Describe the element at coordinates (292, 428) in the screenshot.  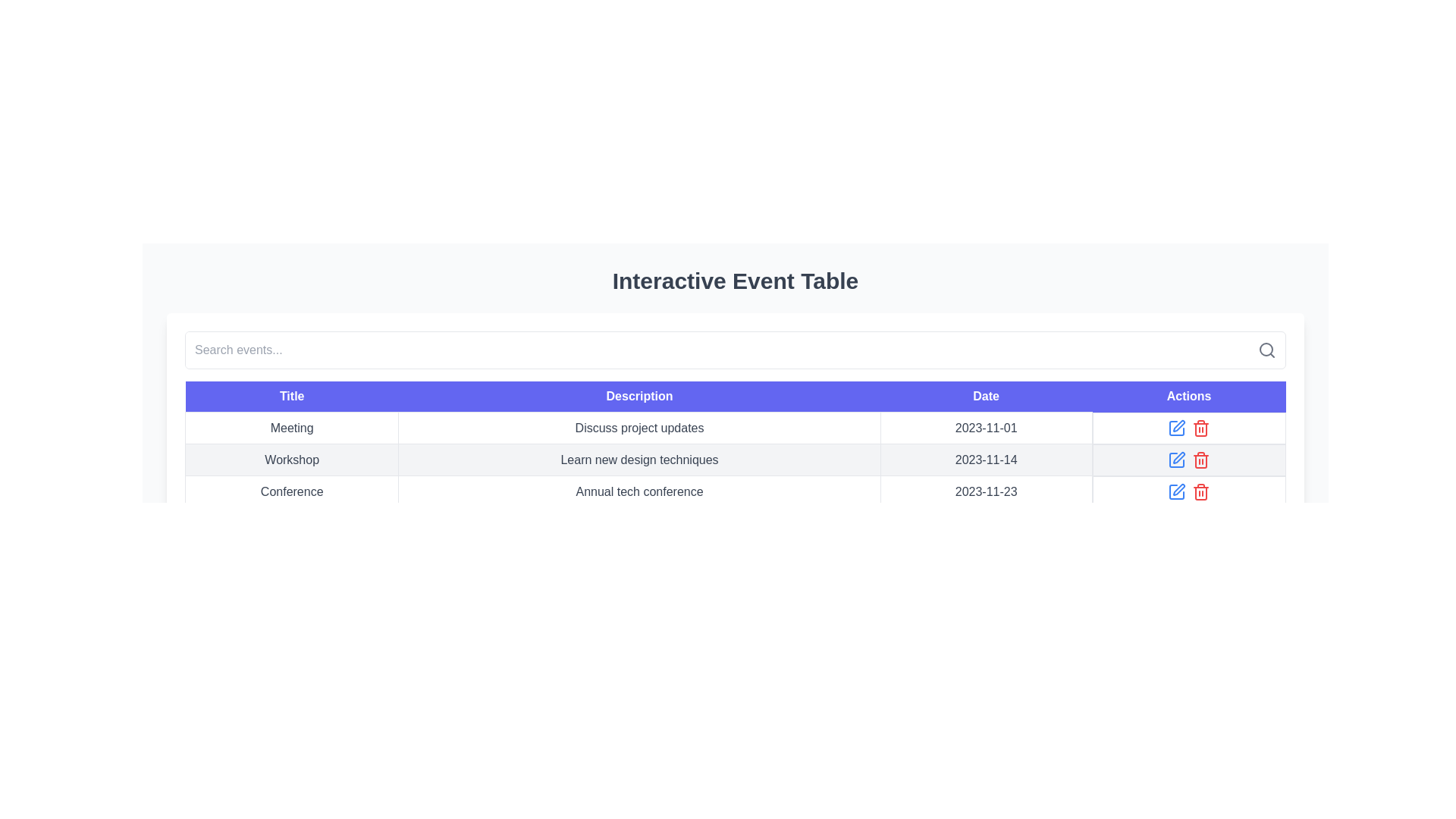
I see `the 'Meeting' text label, which is the first element in the first row of the table under the 'Title' column with a purple header background` at that location.